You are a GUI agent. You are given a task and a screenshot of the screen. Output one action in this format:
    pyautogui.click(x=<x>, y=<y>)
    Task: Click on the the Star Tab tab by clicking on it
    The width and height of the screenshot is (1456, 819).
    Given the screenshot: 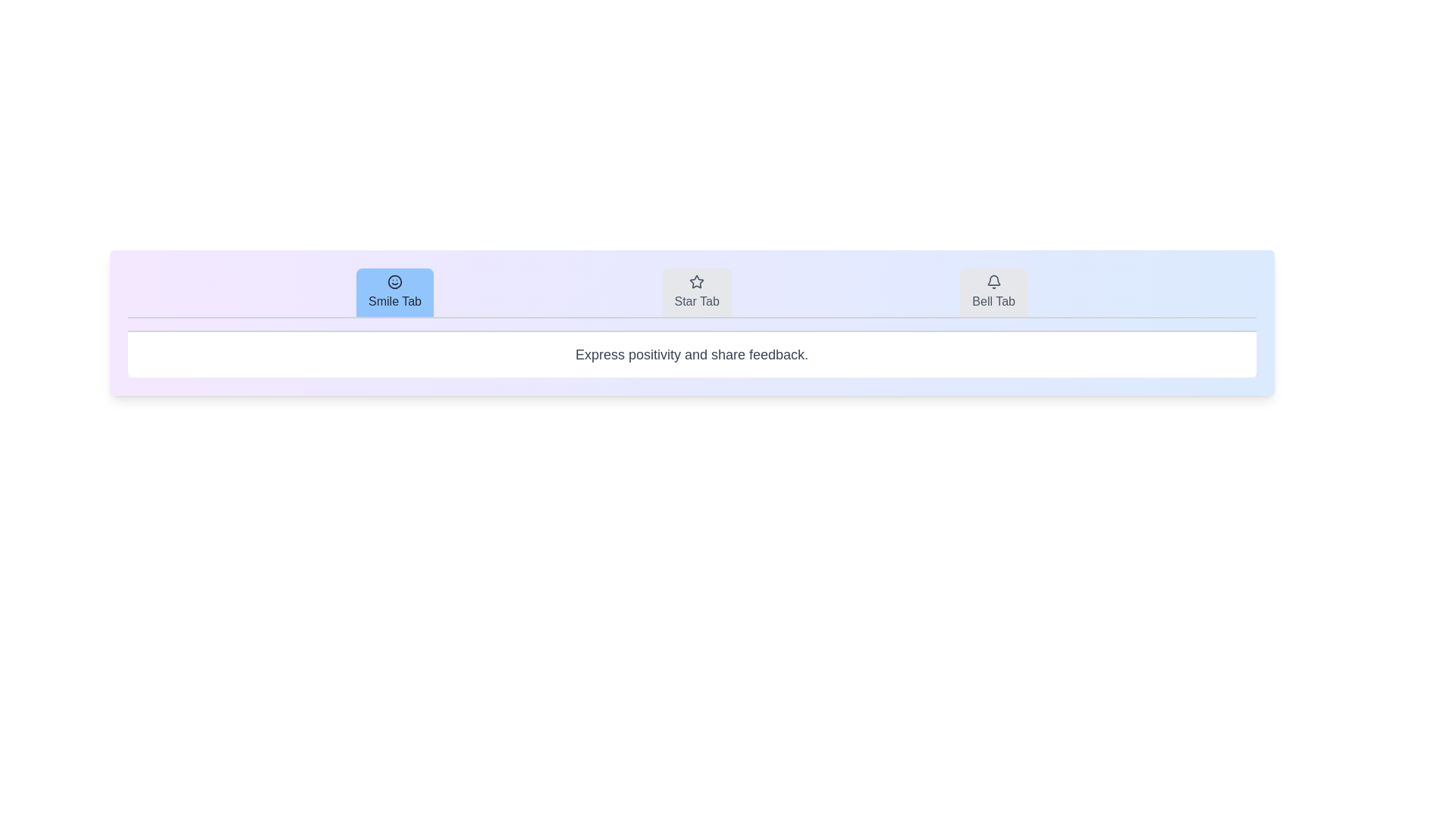 What is the action you would take?
    pyautogui.click(x=695, y=292)
    